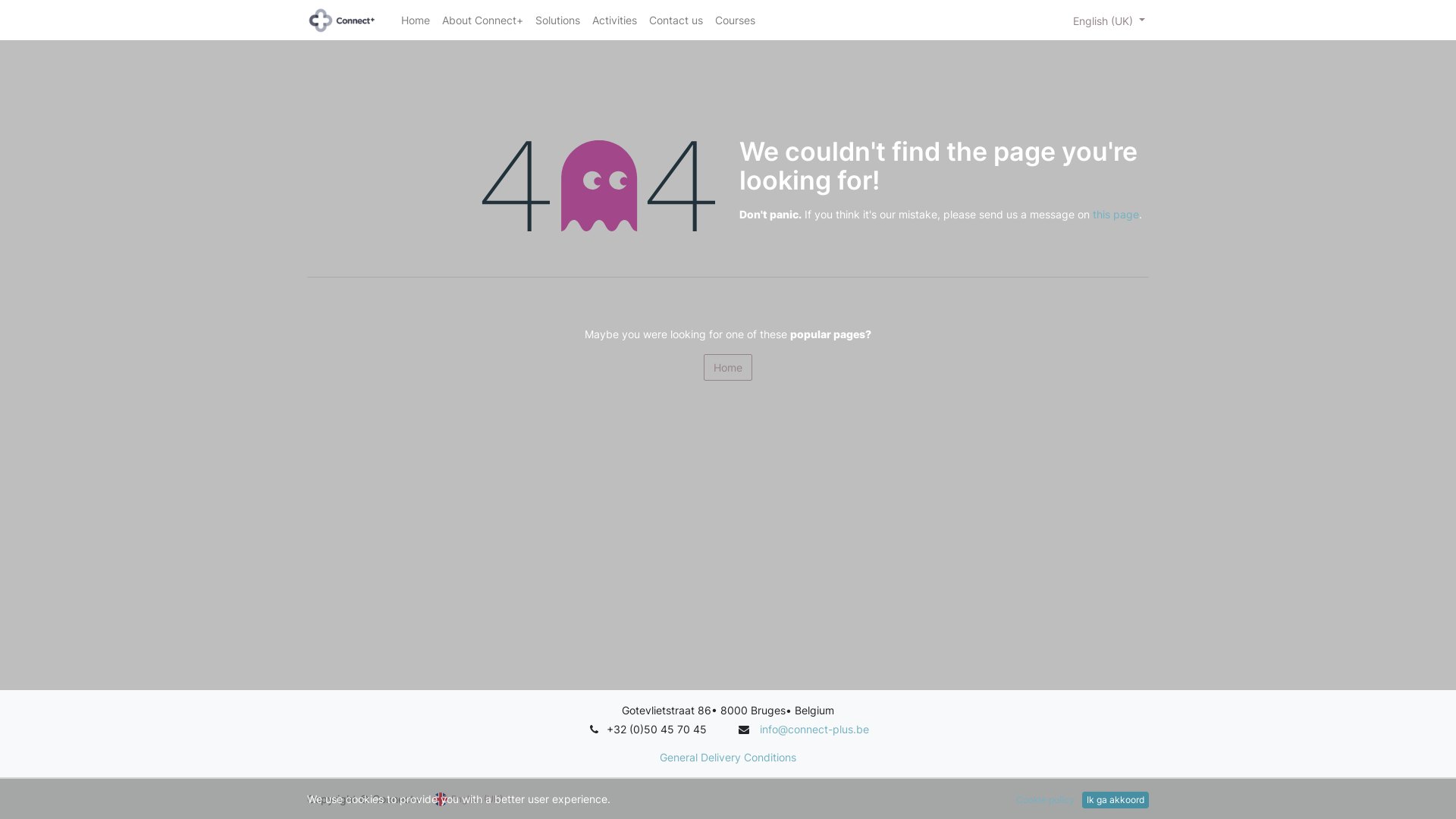 The image size is (1456, 819). What do you see at coordinates (637, 728) in the screenshot?
I see `'+32 (0)50 4'` at bounding box center [637, 728].